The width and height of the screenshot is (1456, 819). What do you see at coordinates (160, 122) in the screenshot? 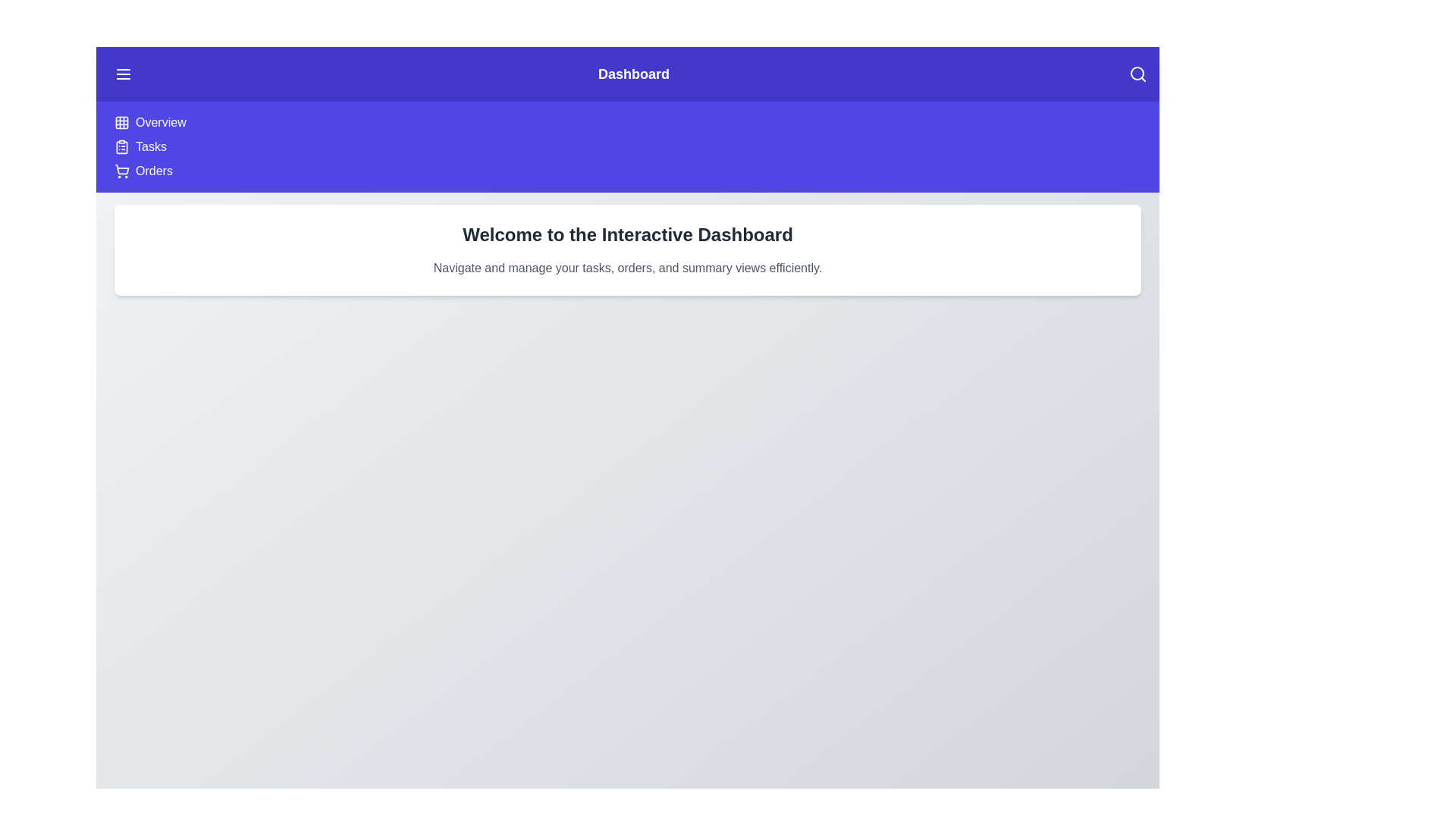
I see `the menu item Overview to navigate` at bounding box center [160, 122].